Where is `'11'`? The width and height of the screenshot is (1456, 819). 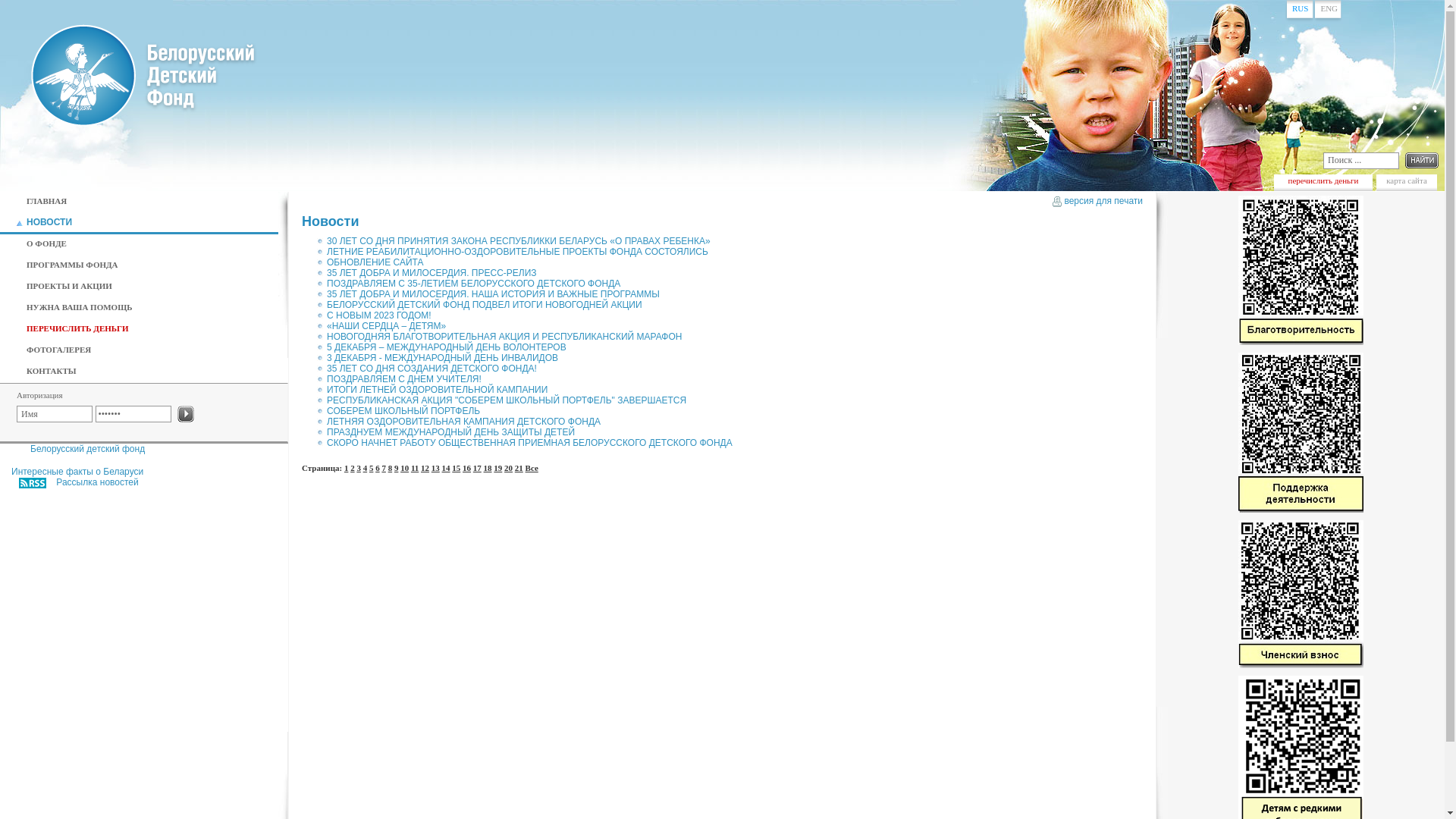 '11' is located at coordinates (415, 463).